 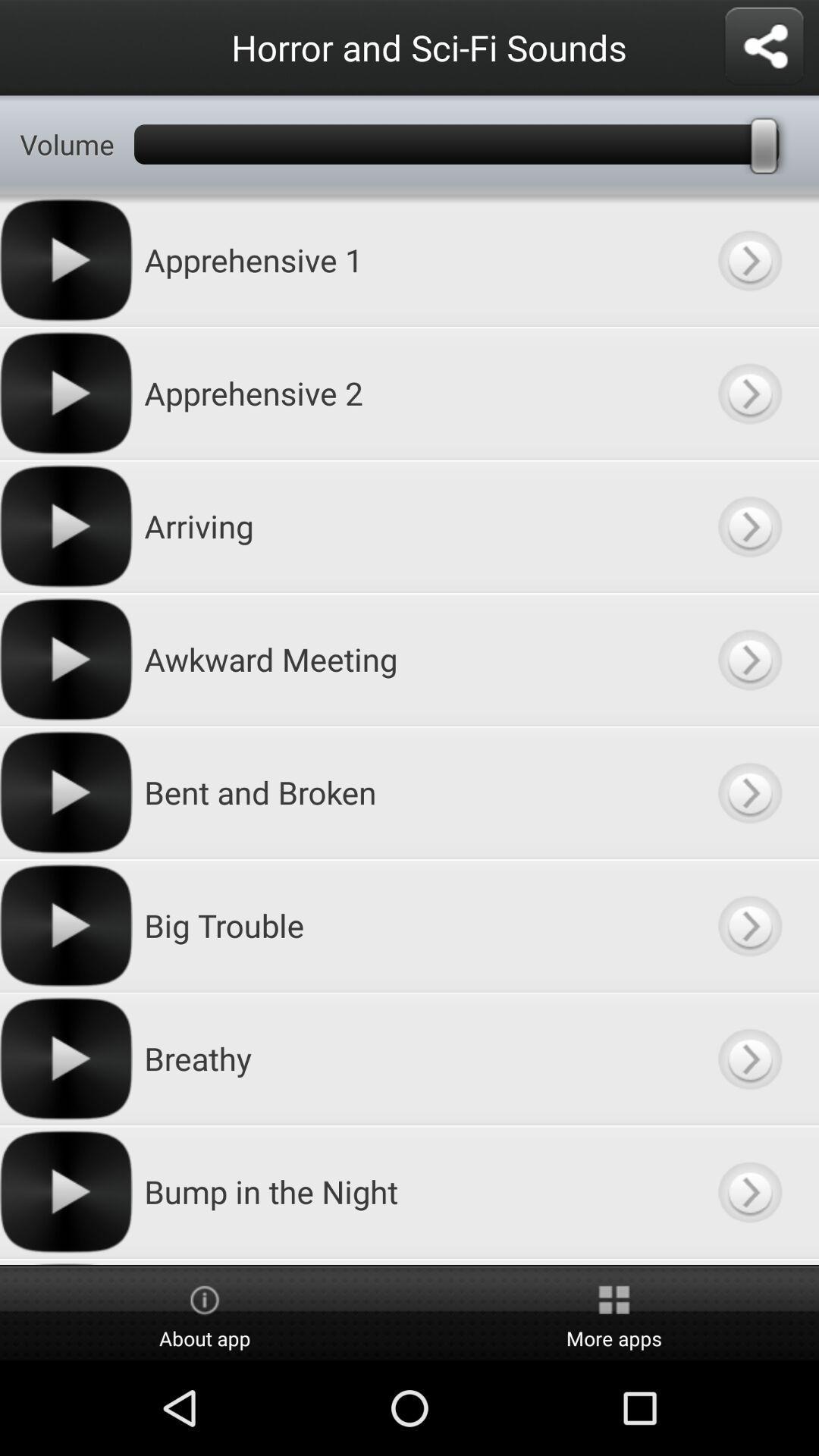 I want to click on option, so click(x=748, y=526).